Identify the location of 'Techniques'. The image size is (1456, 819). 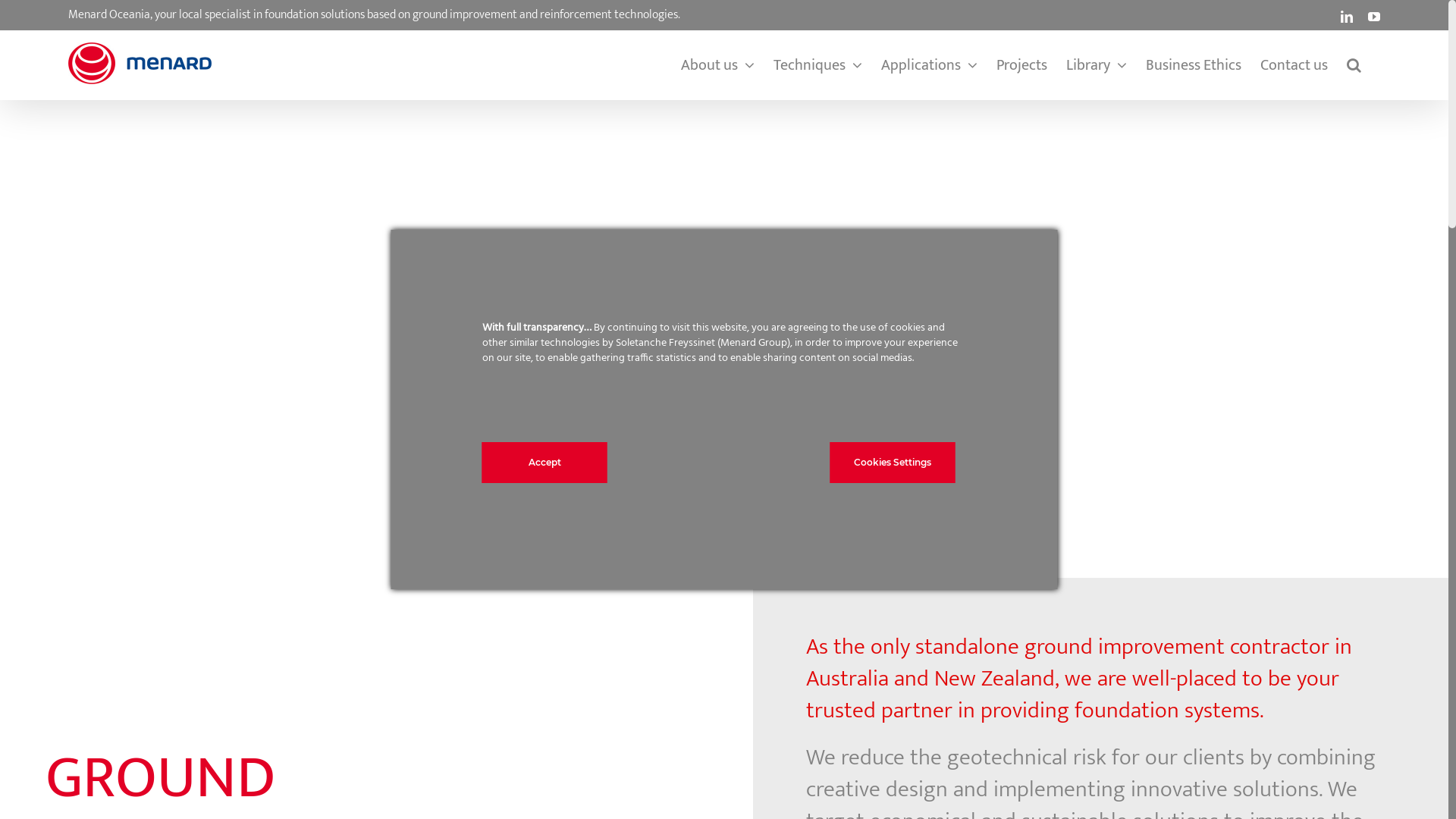
(773, 64).